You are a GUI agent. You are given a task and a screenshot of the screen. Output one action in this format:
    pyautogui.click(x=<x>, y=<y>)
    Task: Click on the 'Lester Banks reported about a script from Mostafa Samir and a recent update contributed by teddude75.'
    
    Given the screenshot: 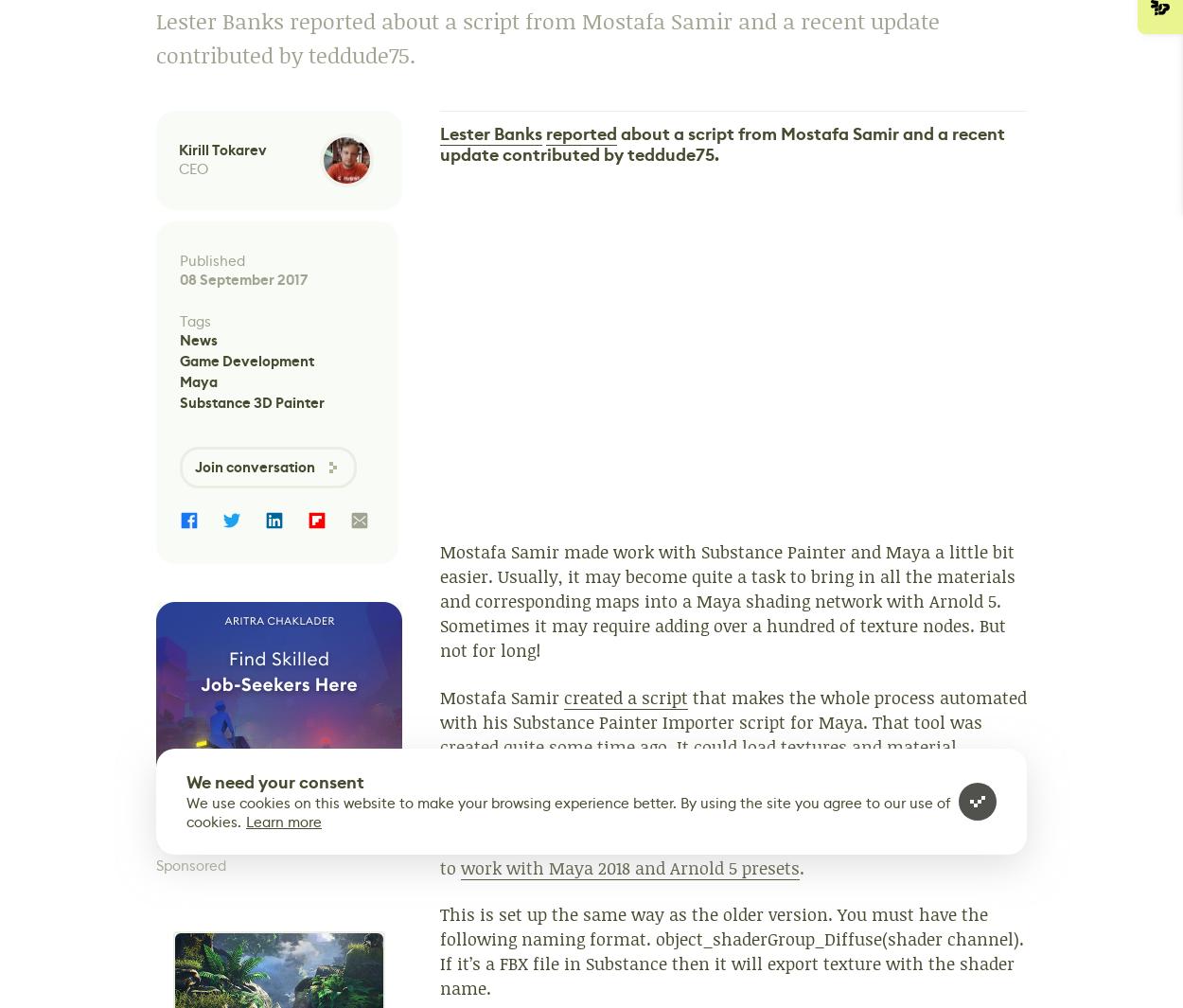 What is the action you would take?
    pyautogui.click(x=547, y=36)
    